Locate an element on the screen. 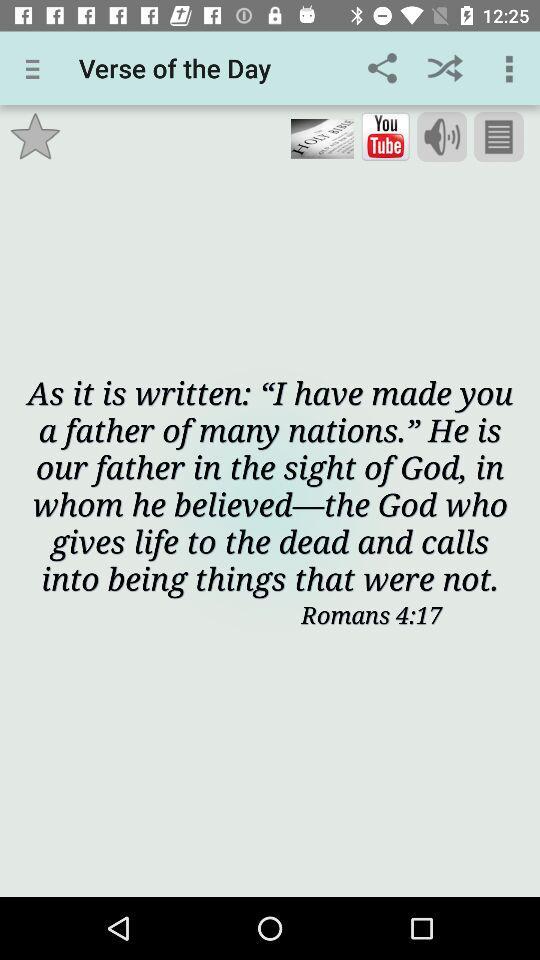  the star icon is located at coordinates (35, 135).